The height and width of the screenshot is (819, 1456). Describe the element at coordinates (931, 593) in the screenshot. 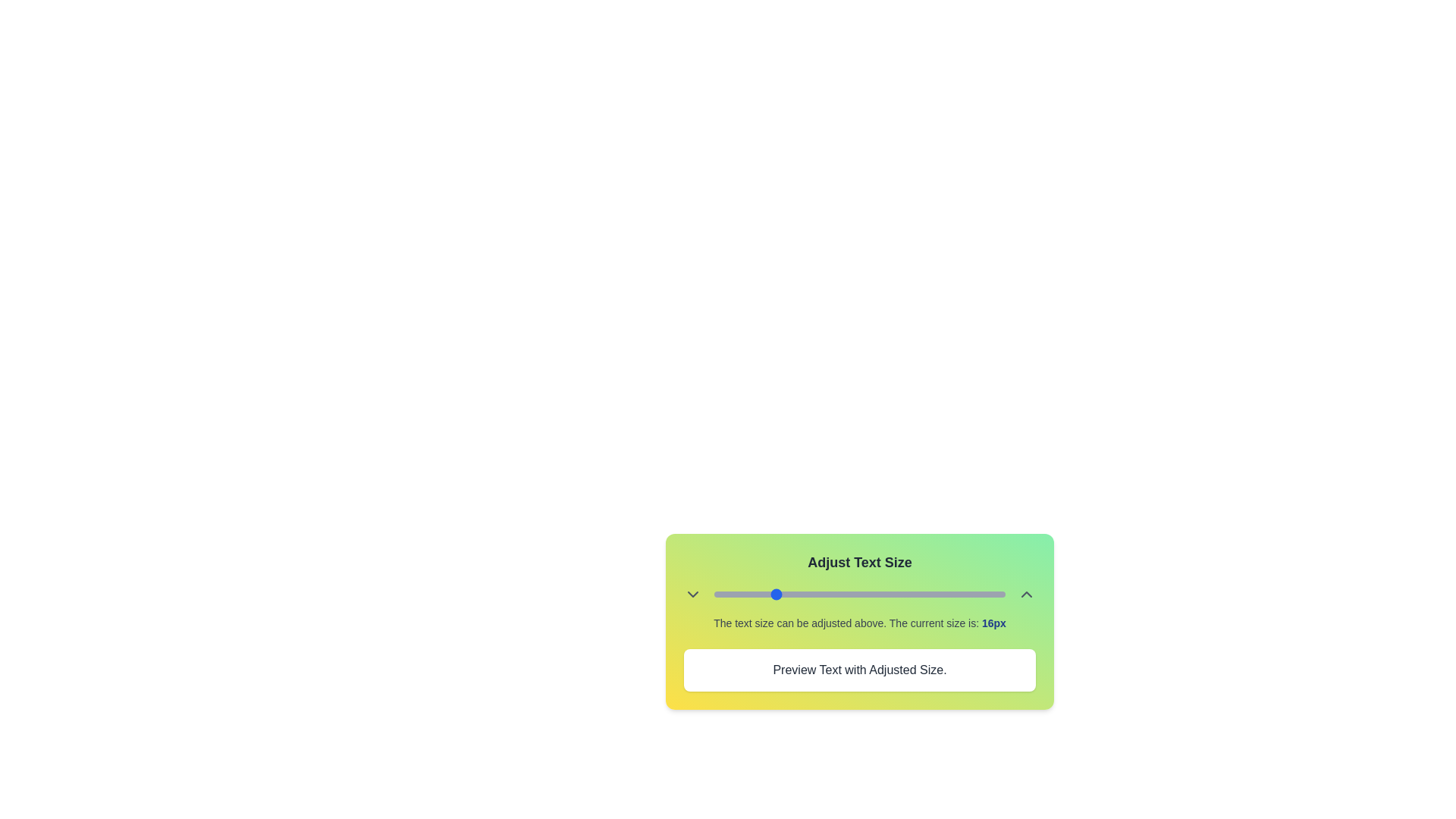

I see `the text size to 38px using the slider` at that location.